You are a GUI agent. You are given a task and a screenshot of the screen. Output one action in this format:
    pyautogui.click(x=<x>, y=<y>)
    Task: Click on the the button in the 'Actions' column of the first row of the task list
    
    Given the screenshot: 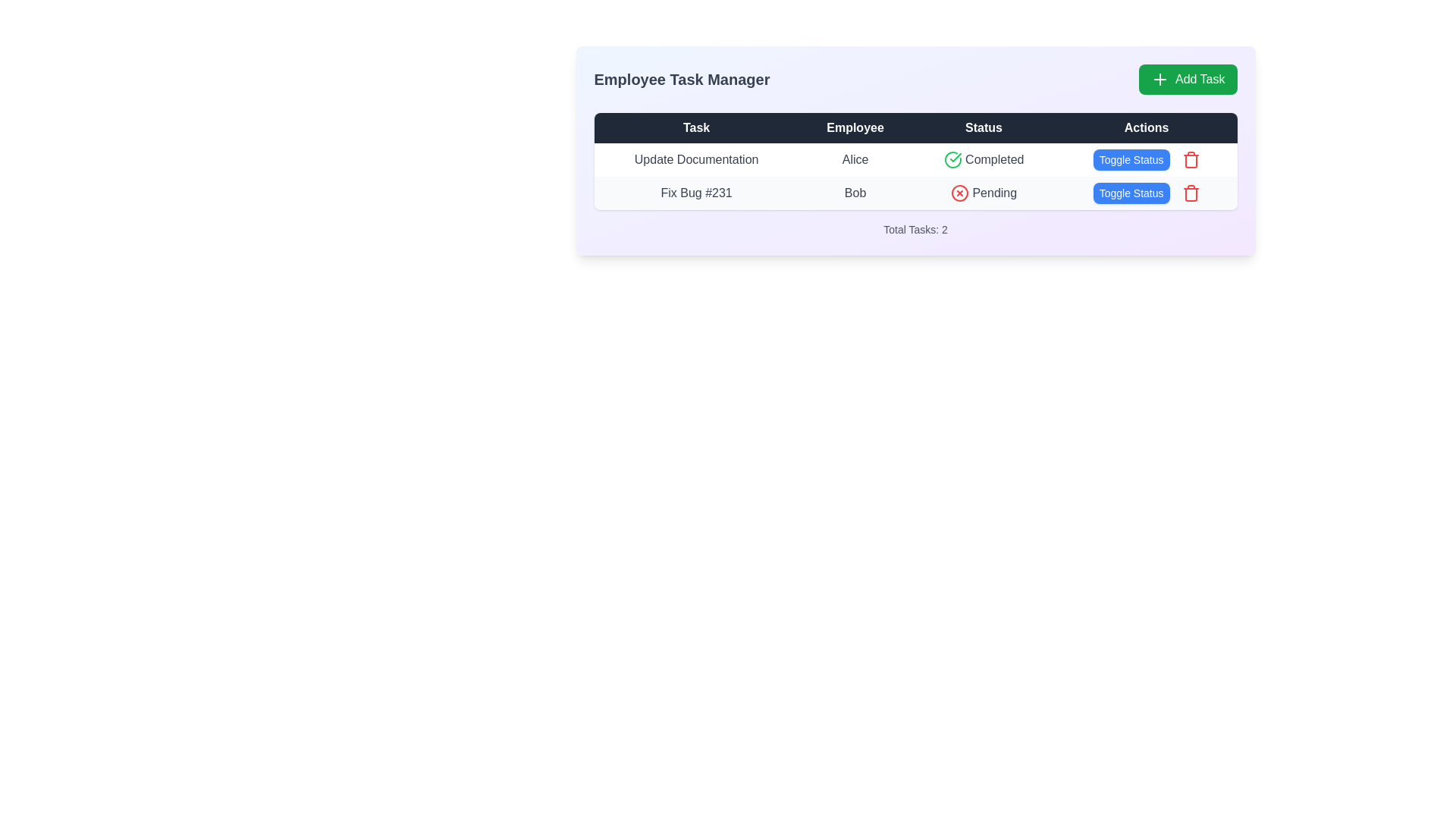 What is the action you would take?
    pyautogui.click(x=1147, y=160)
    